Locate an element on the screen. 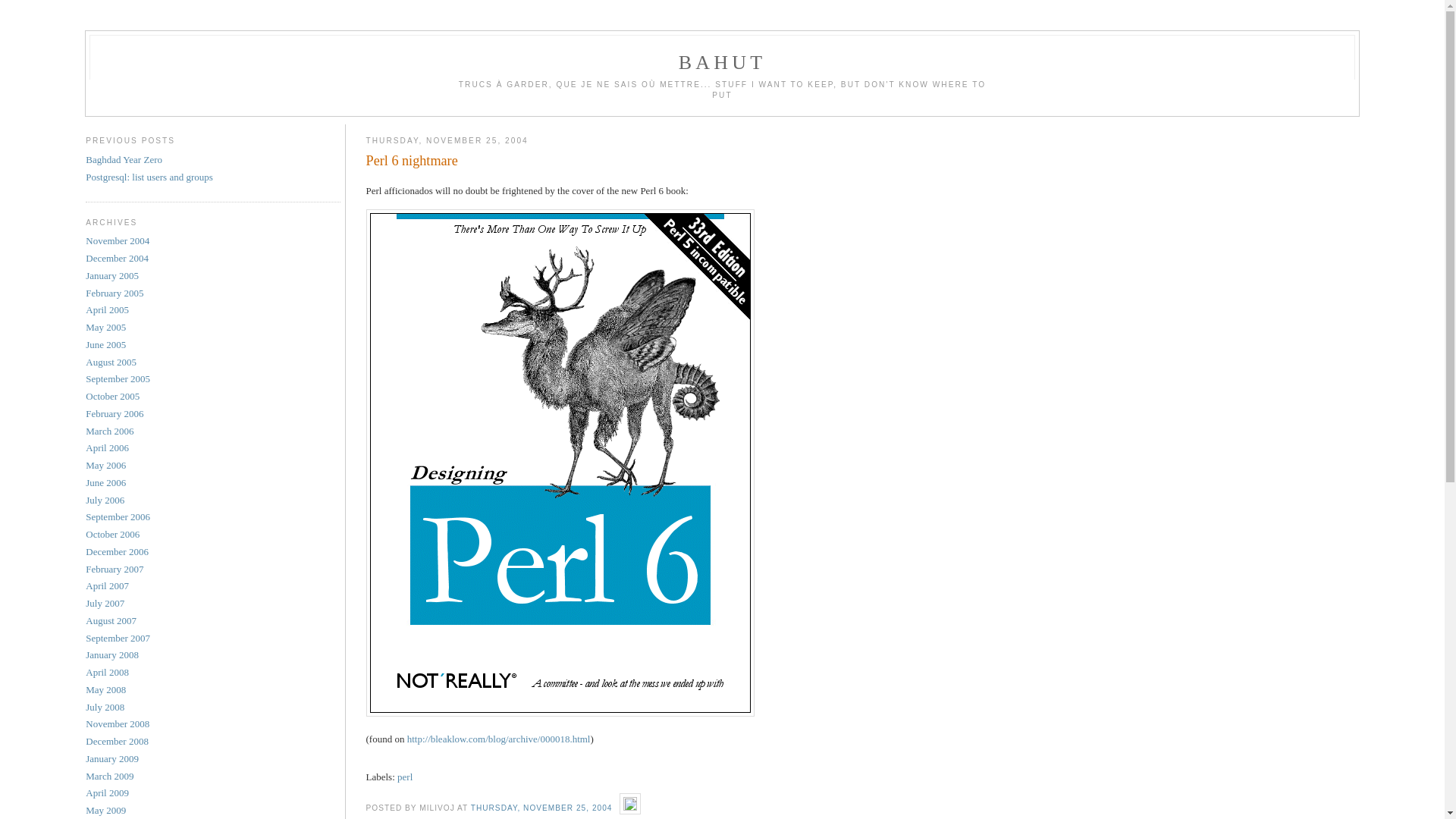 This screenshot has height=819, width=1456. 'November 2004' is located at coordinates (116, 240).